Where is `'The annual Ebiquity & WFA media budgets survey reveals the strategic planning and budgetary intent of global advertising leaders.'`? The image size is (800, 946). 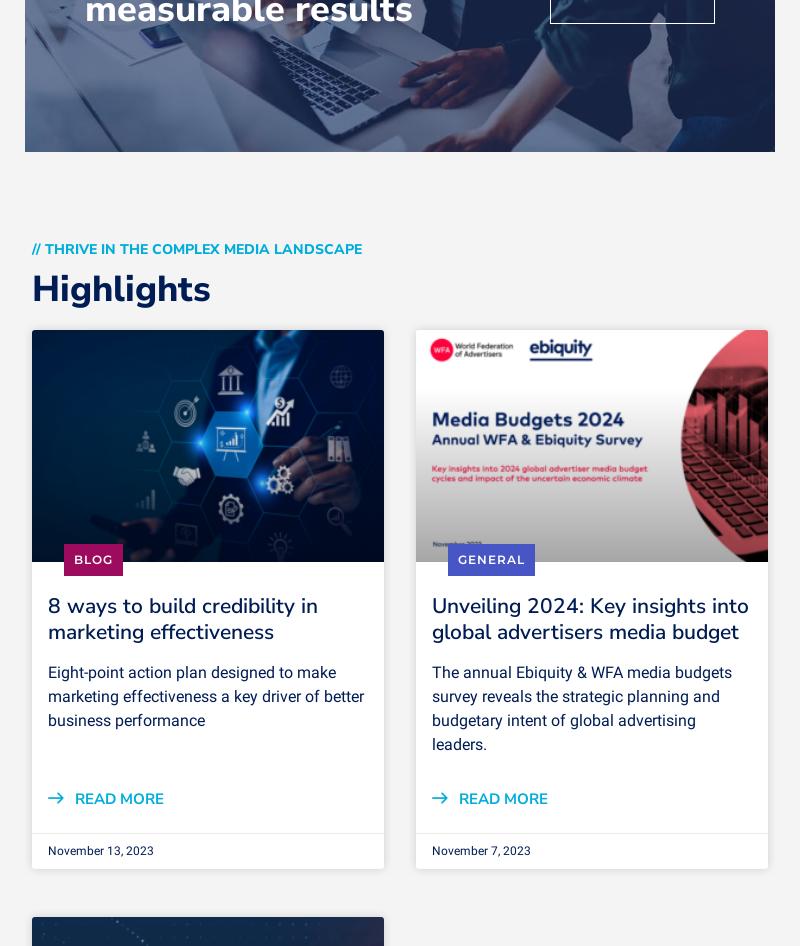 'The annual Ebiquity & WFA media budgets survey reveals the strategic planning and budgetary intent of global advertising leaders.' is located at coordinates (581, 707).